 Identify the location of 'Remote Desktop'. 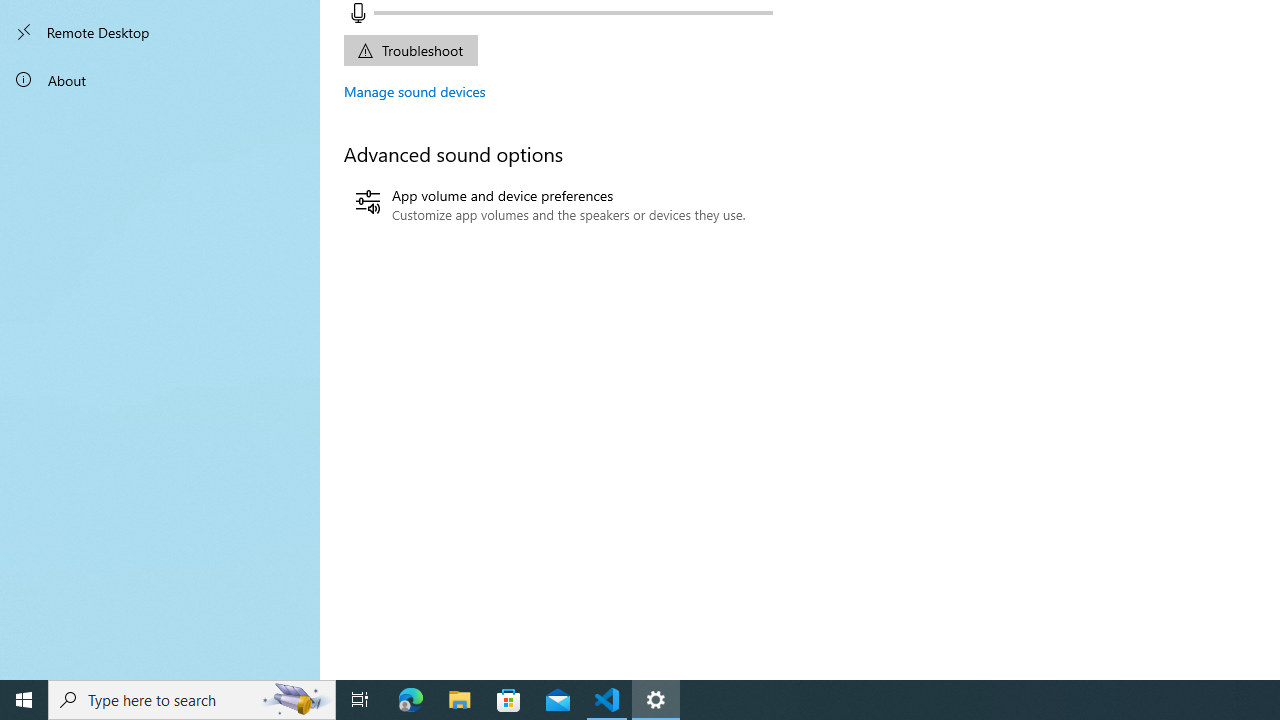
(160, 32).